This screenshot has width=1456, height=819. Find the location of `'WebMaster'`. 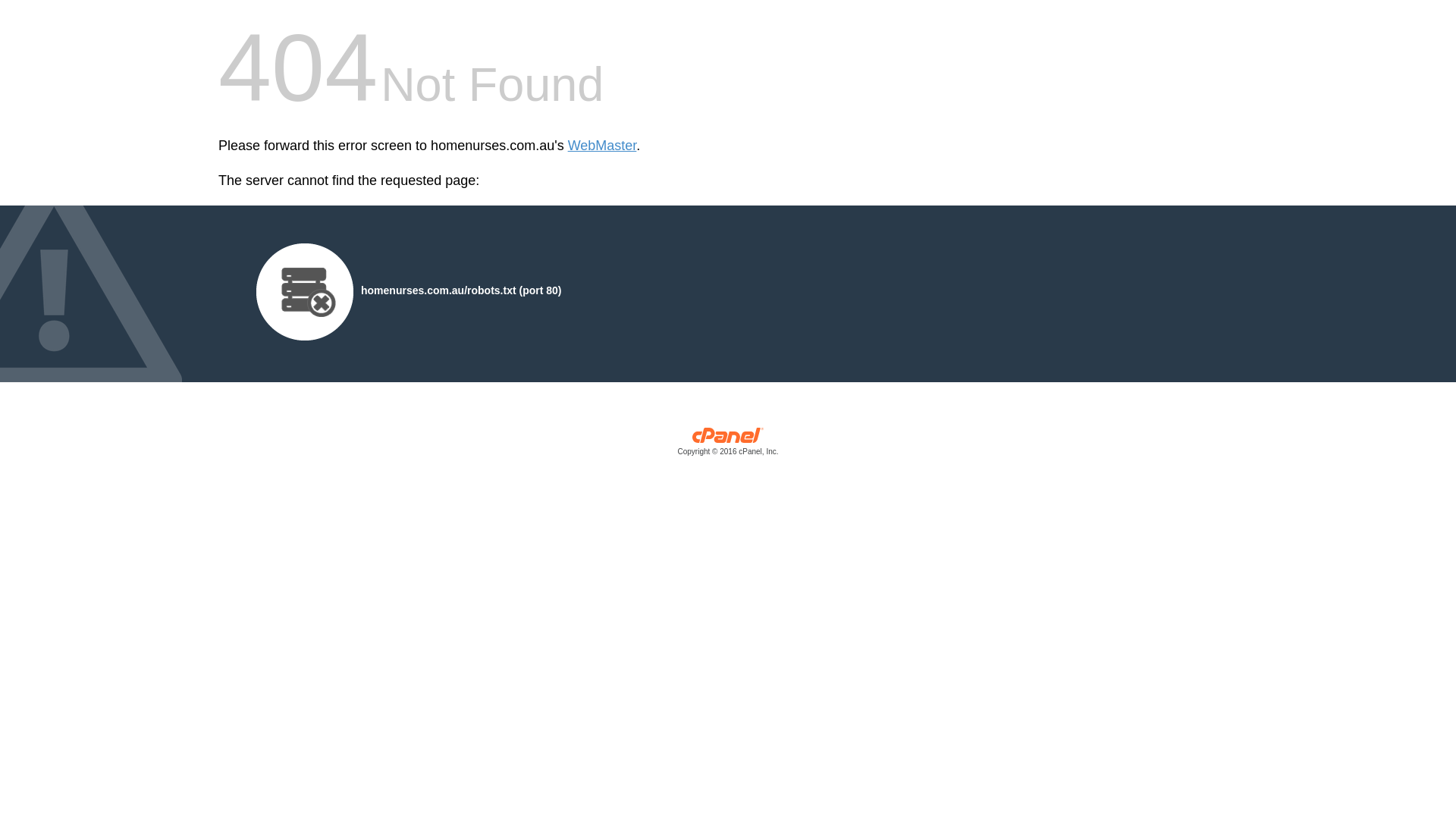

'WebMaster' is located at coordinates (601, 146).